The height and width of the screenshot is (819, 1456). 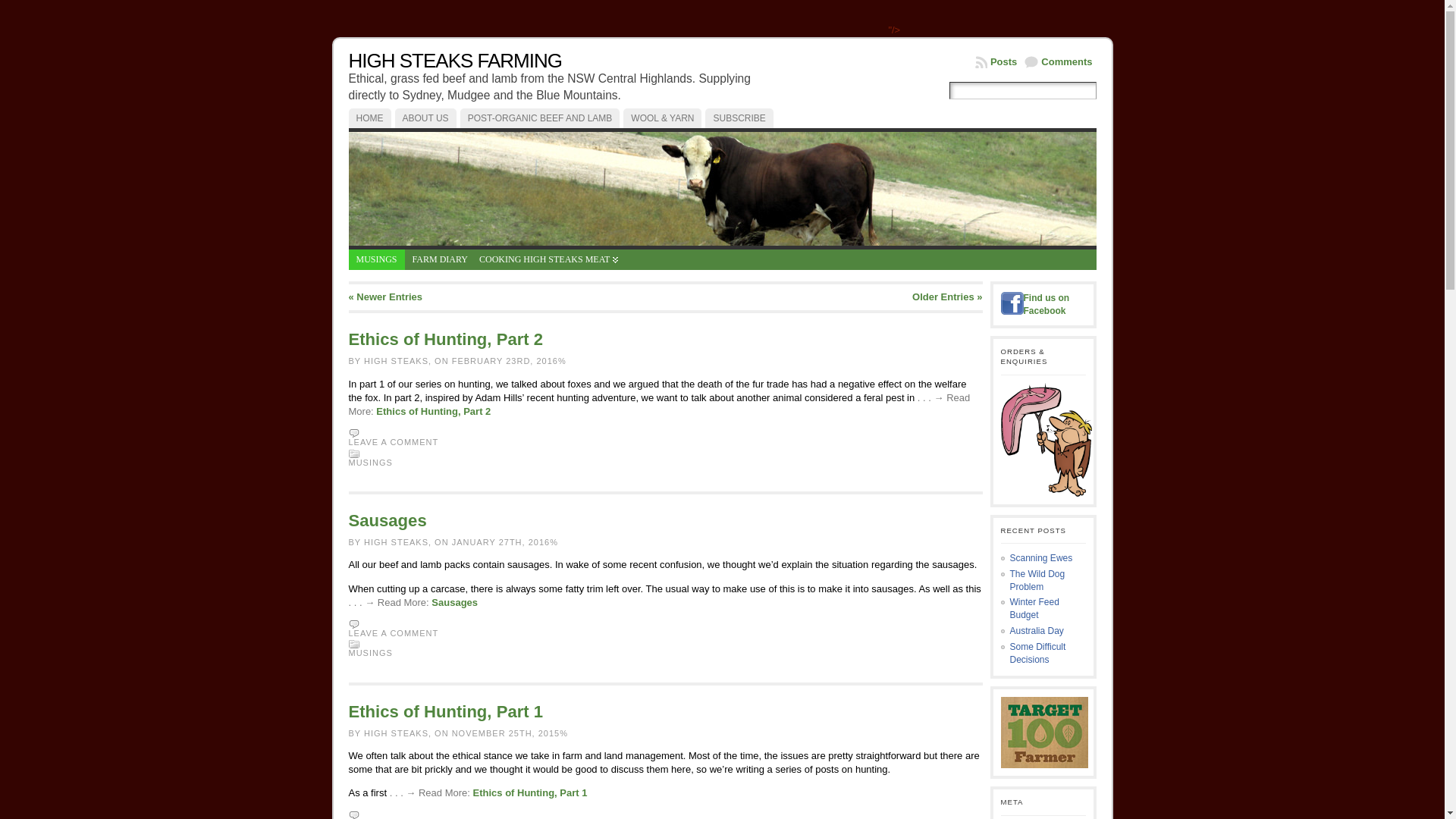 I want to click on 'SUBSCRIBE', so click(x=739, y=117).